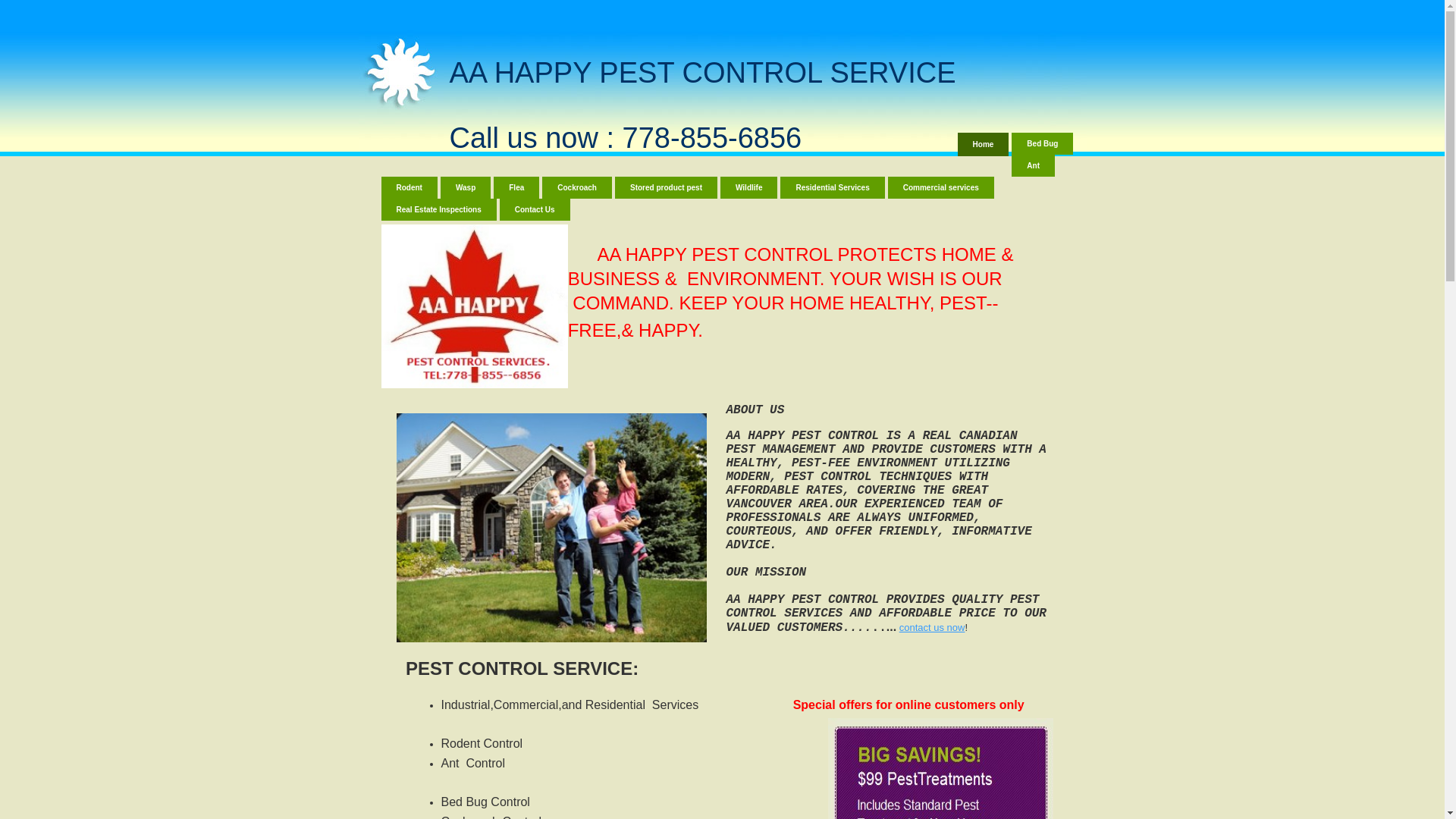 This screenshot has width=1456, height=819. What do you see at coordinates (983, 144) in the screenshot?
I see `'Home'` at bounding box center [983, 144].